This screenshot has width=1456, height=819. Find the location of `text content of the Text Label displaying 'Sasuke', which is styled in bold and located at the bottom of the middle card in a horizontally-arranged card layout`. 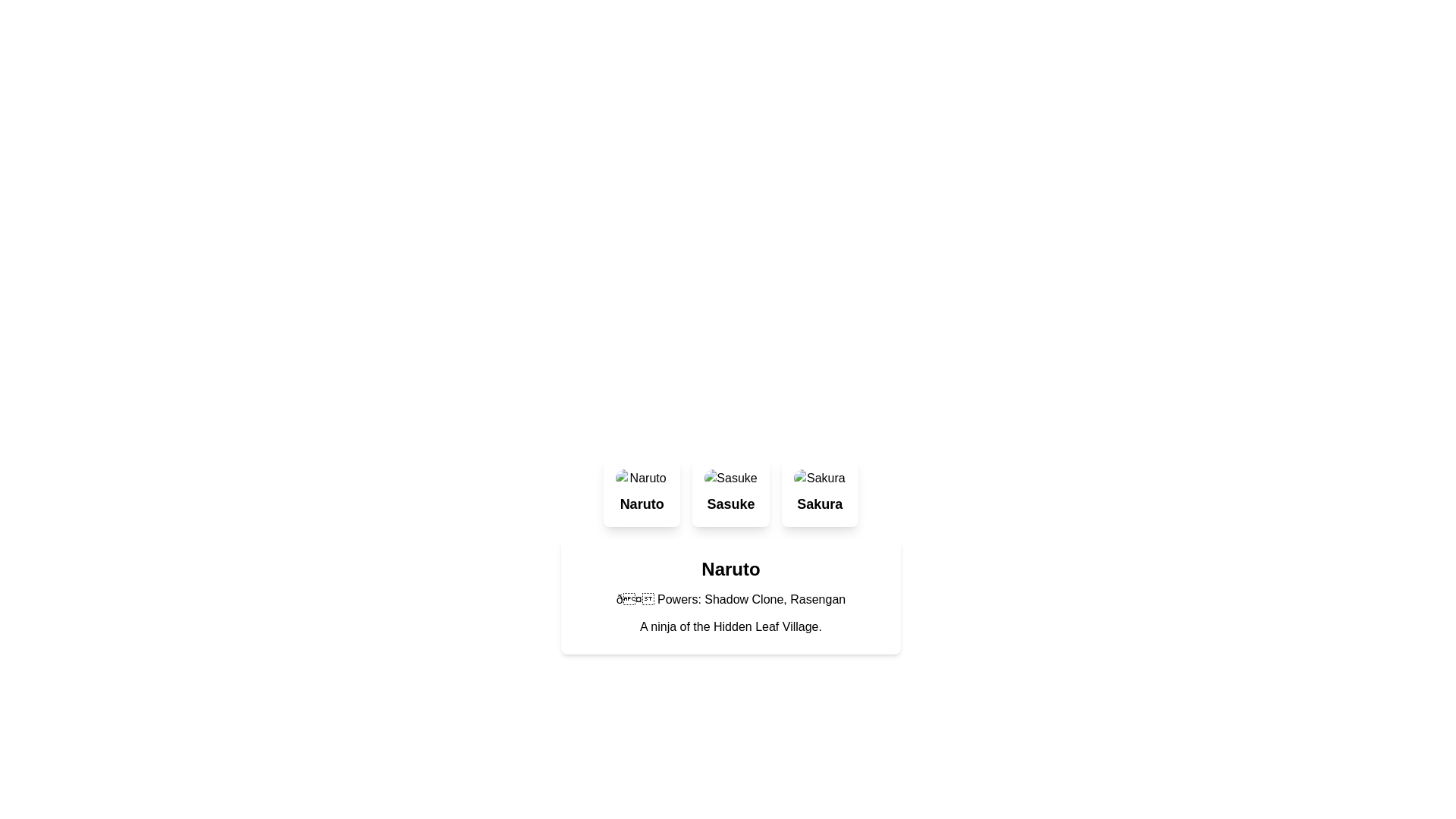

text content of the Text Label displaying 'Sasuke', which is styled in bold and located at the bottom of the middle card in a horizontally-arranged card layout is located at coordinates (731, 504).